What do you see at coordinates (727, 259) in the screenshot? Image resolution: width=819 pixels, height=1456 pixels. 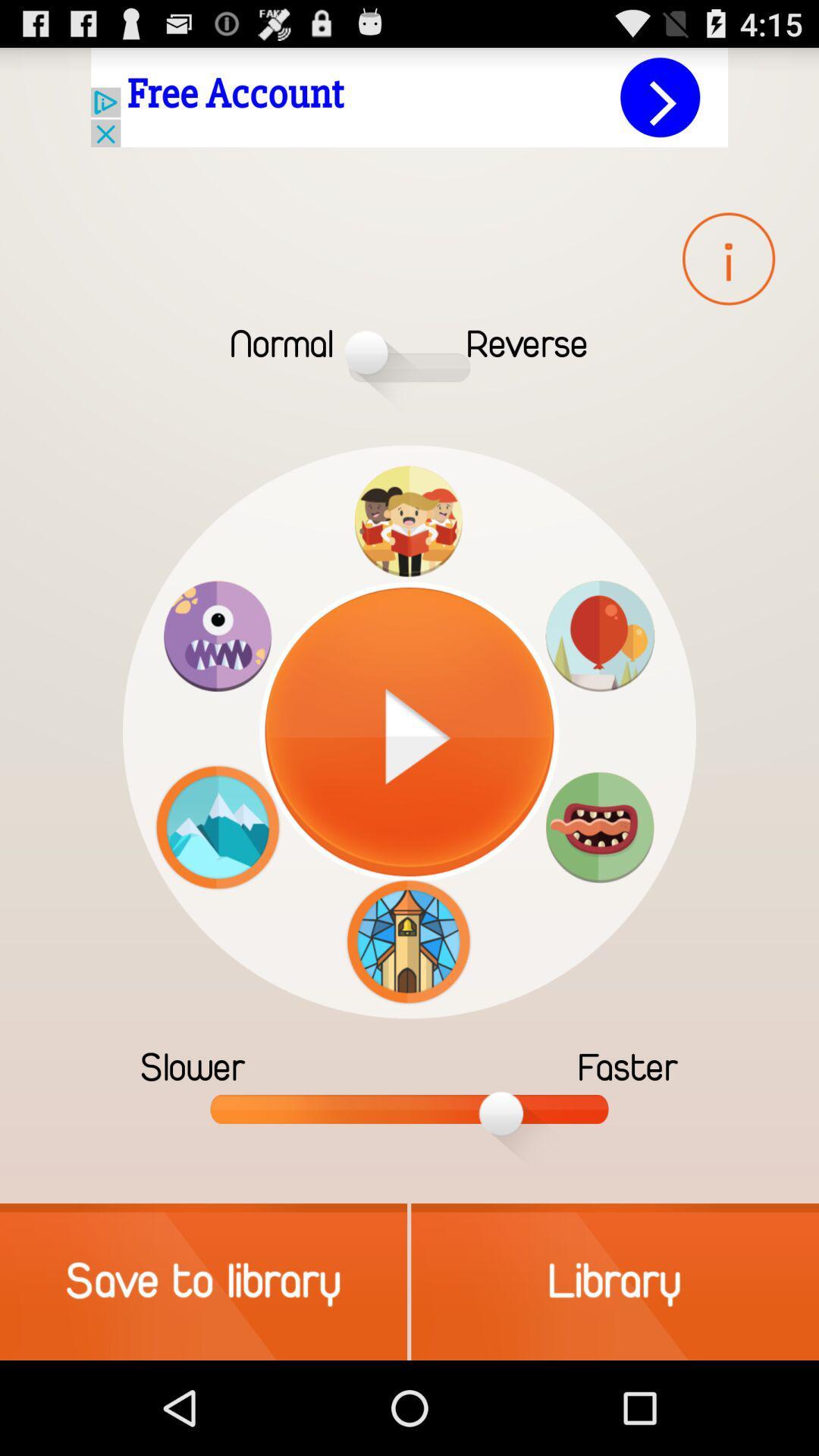 I see `the symbol which is above reverse` at bounding box center [727, 259].